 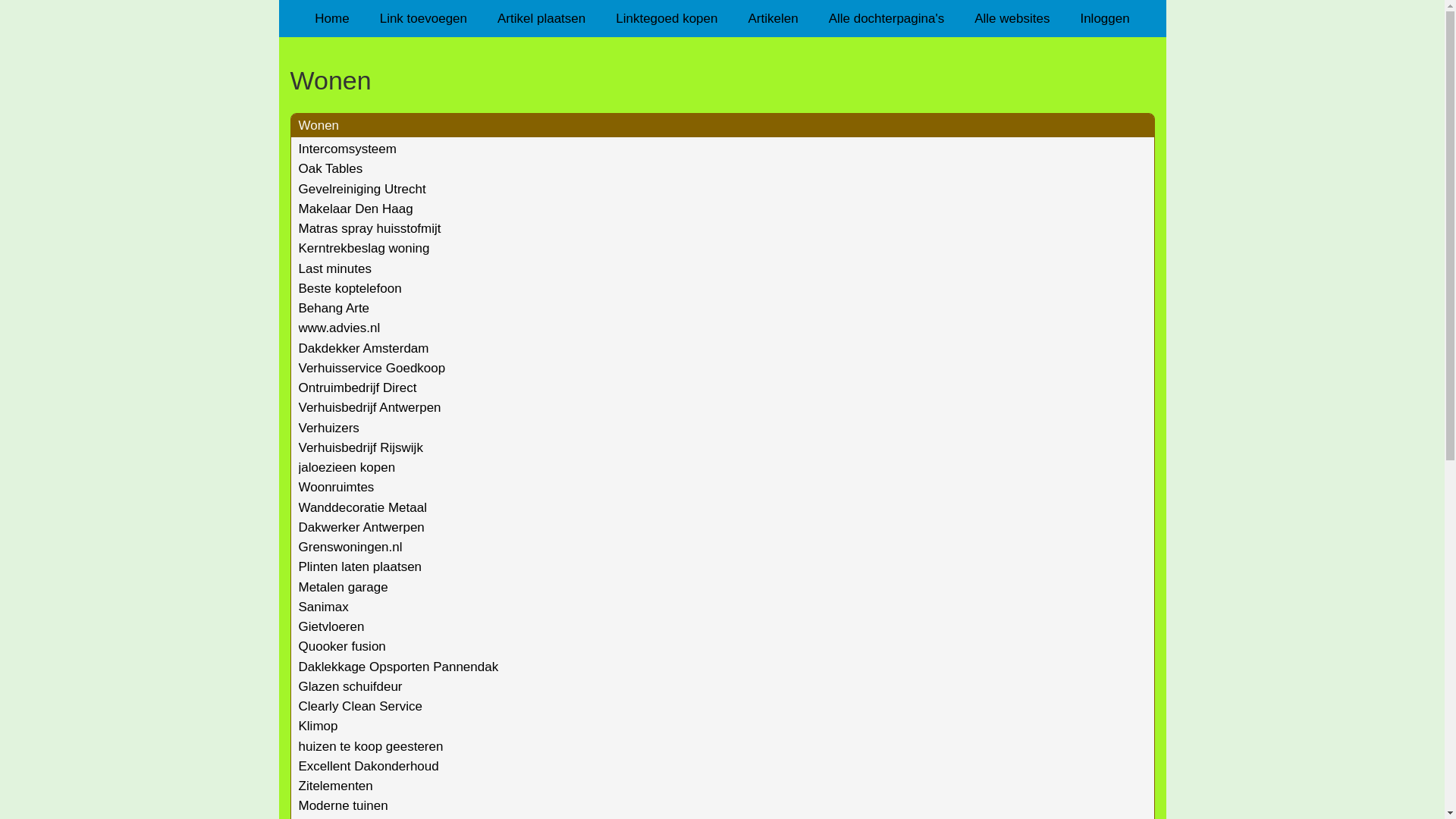 What do you see at coordinates (360, 526) in the screenshot?
I see `'Dakwerker Antwerpen'` at bounding box center [360, 526].